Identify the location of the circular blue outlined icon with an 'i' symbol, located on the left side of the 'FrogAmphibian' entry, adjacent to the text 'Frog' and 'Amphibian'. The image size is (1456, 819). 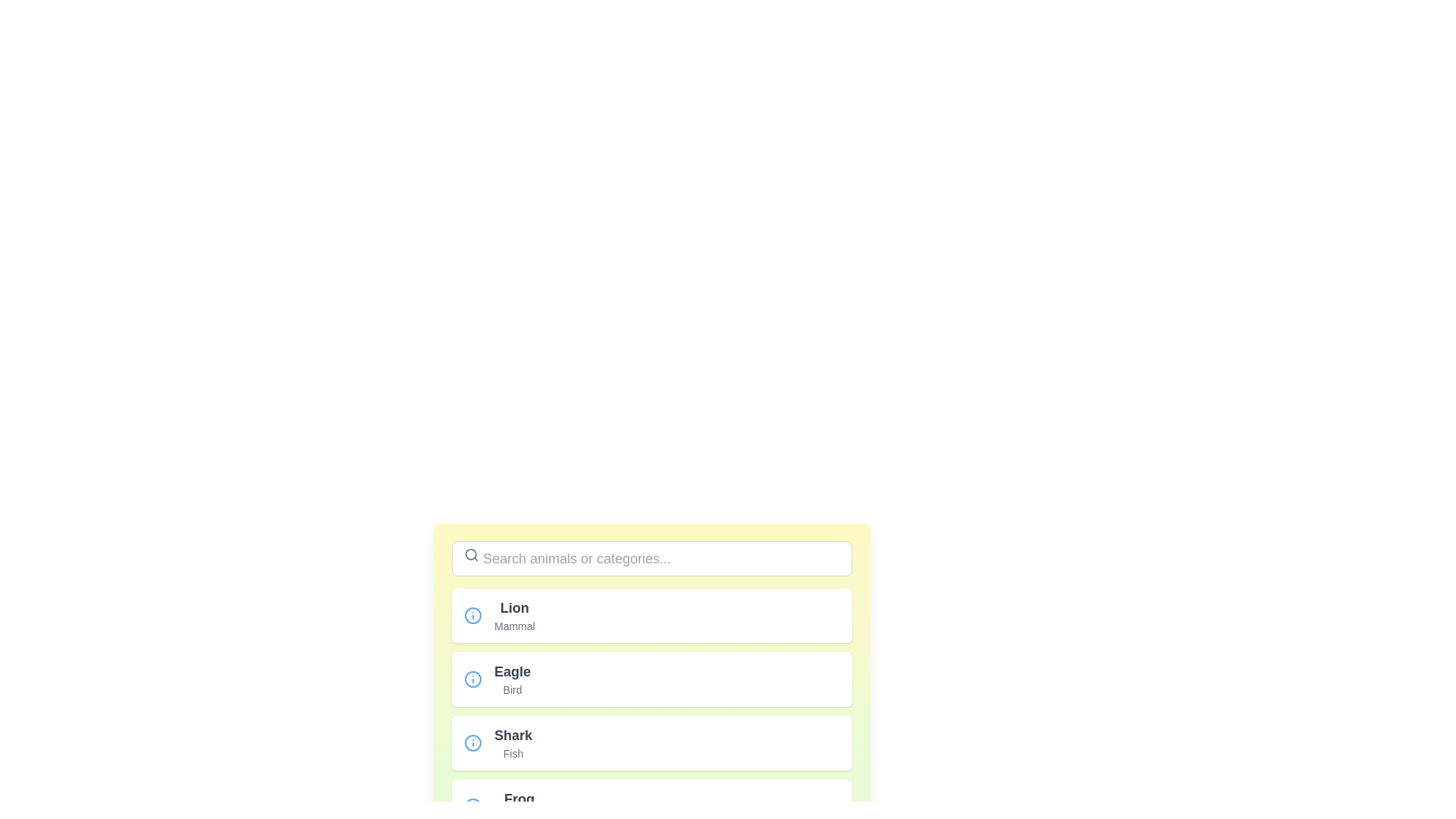
(472, 806).